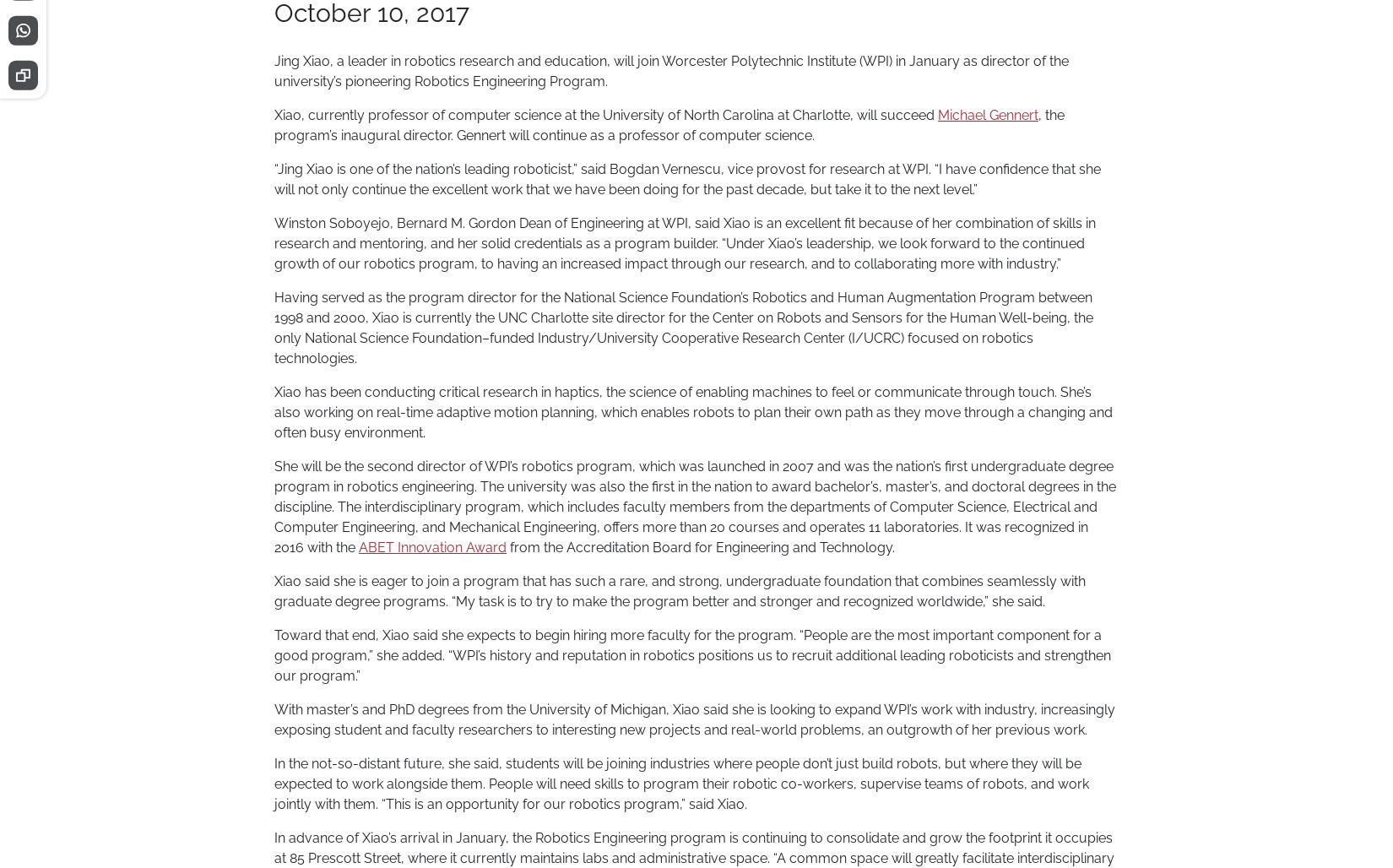 This screenshot has width=1393, height=868. What do you see at coordinates (692, 411) in the screenshot?
I see `'Xiao has been conducting critical research in haptics, the science of enabling machines to feel or communicate through touch. She’s also working on real-time adaptive motion planning, which enables robots to plan their own path as they move through a changing and often busy environment.'` at bounding box center [692, 411].